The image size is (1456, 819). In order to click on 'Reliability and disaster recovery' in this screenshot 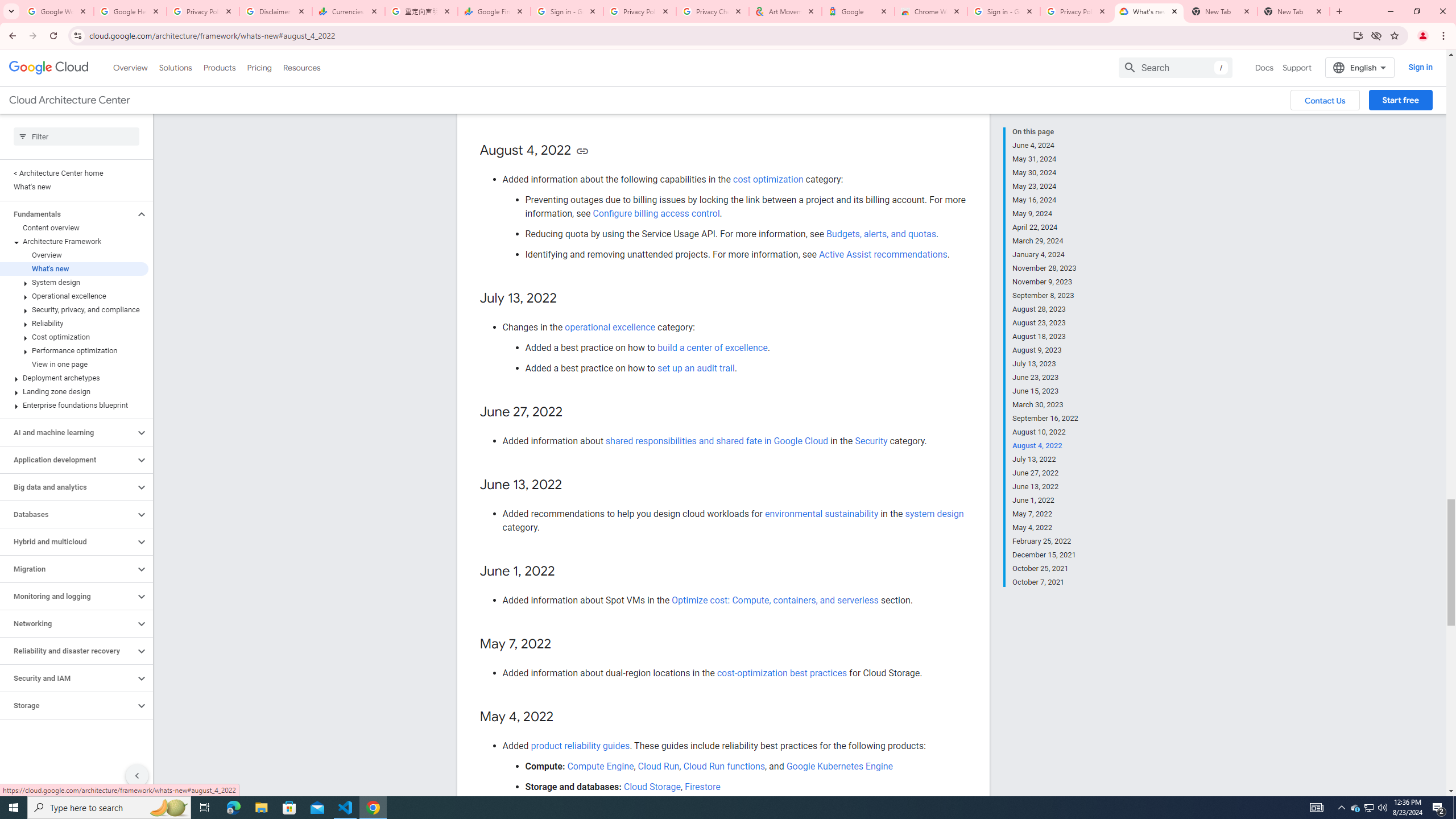, I will do `click(67, 651)`.